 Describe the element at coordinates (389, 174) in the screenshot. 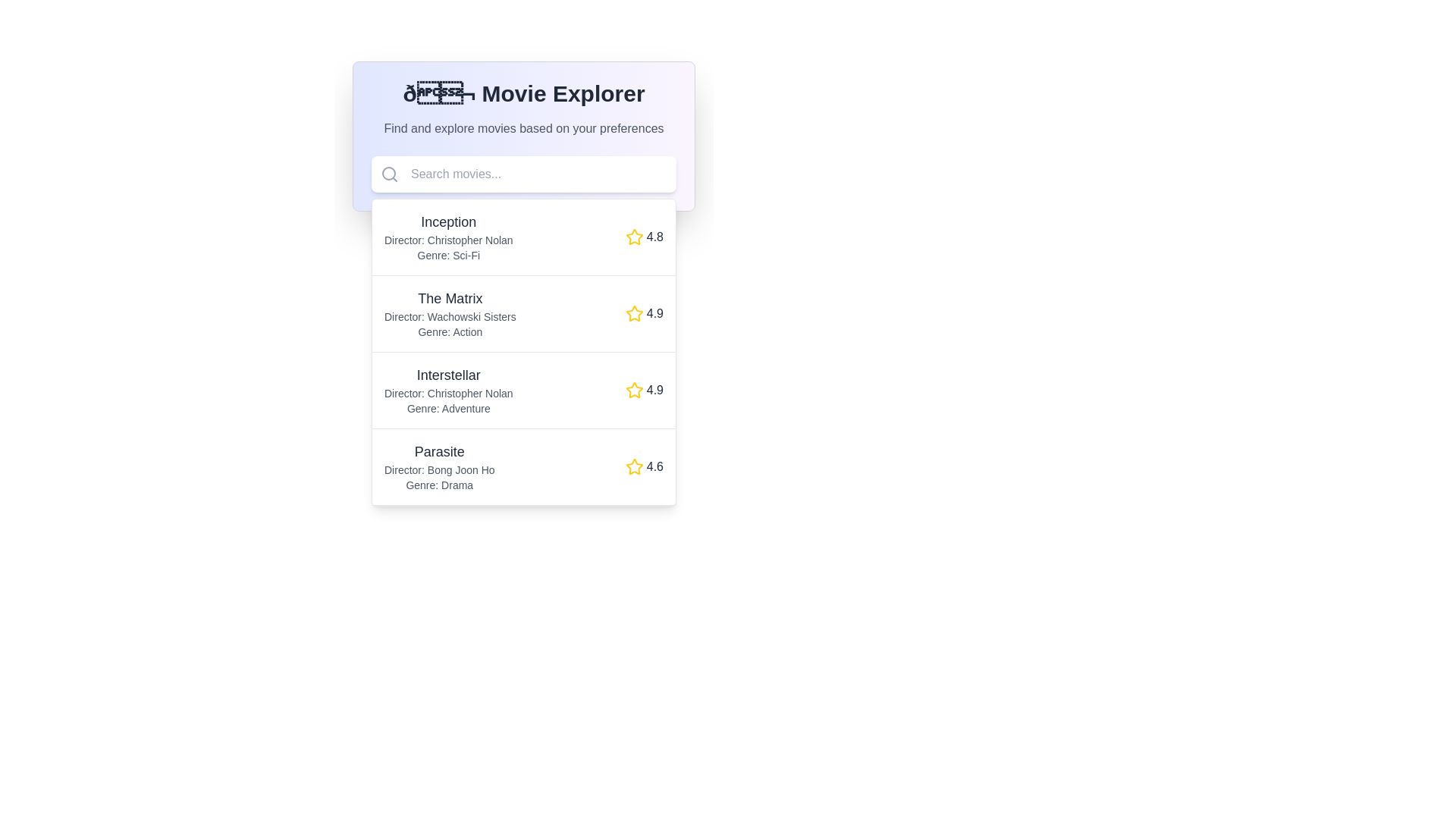

I see `the magnifying glass icon, which is styled gray and located on the left side of the search bar` at that location.